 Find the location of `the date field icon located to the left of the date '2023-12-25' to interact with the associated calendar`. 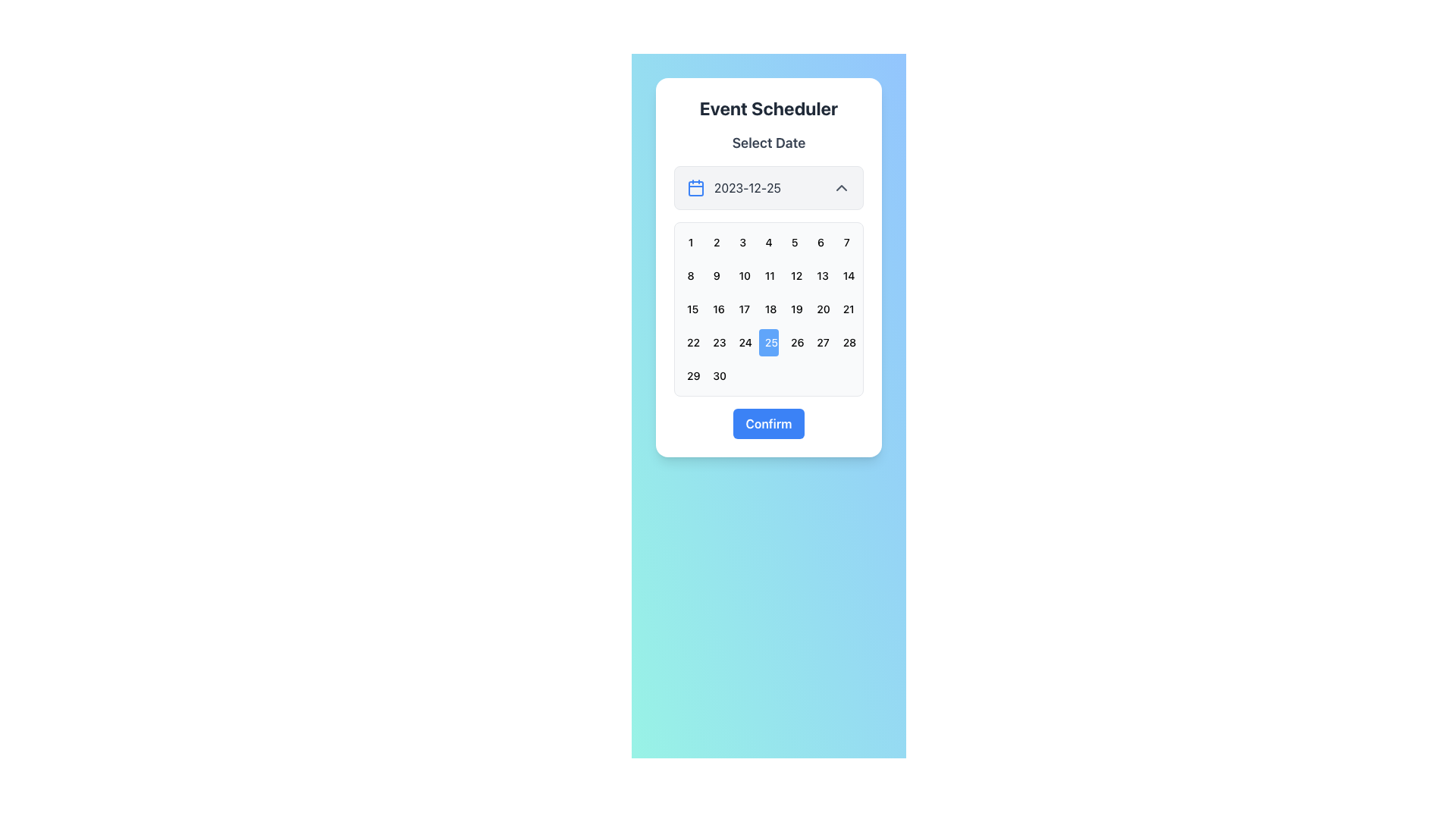

the date field icon located to the left of the date '2023-12-25' to interact with the associated calendar is located at coordinates (695, 187).